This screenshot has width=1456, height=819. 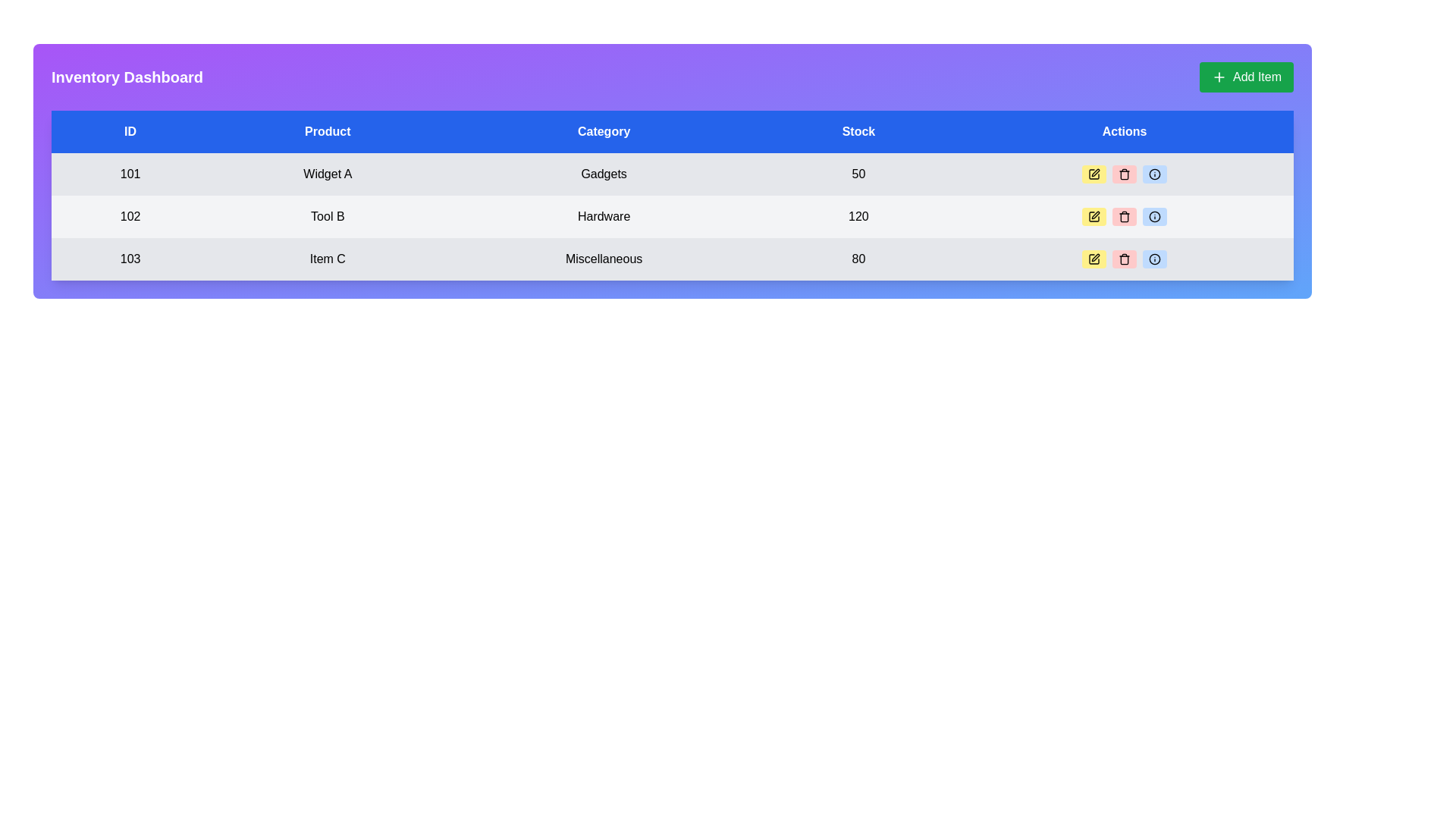 I want to click on the content of the static text field displaying the number '102', which is located in the 'ID' column of the second row under the header 'ID' for 'Tool B', so click(x=130, y=216).